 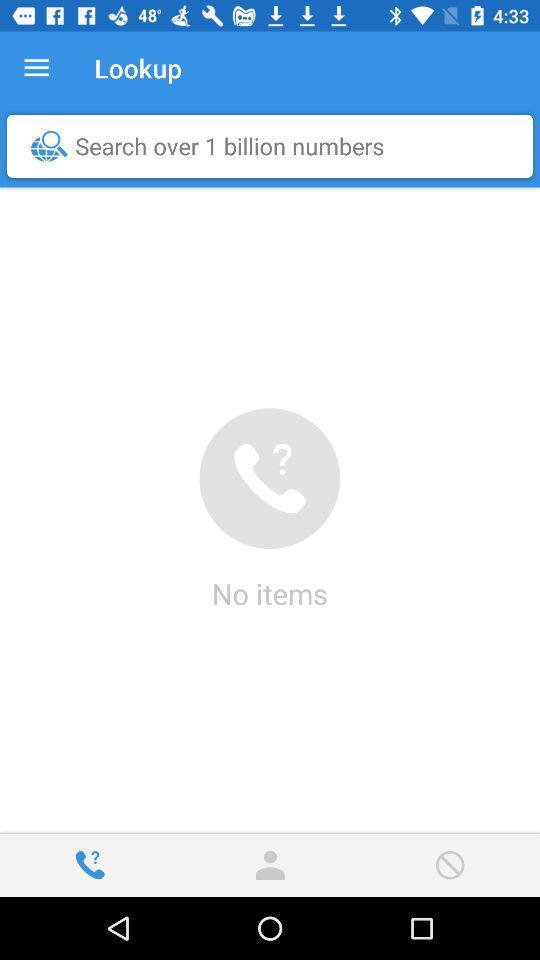 I want to click on search over 1 item, so click(x=274, y=145).